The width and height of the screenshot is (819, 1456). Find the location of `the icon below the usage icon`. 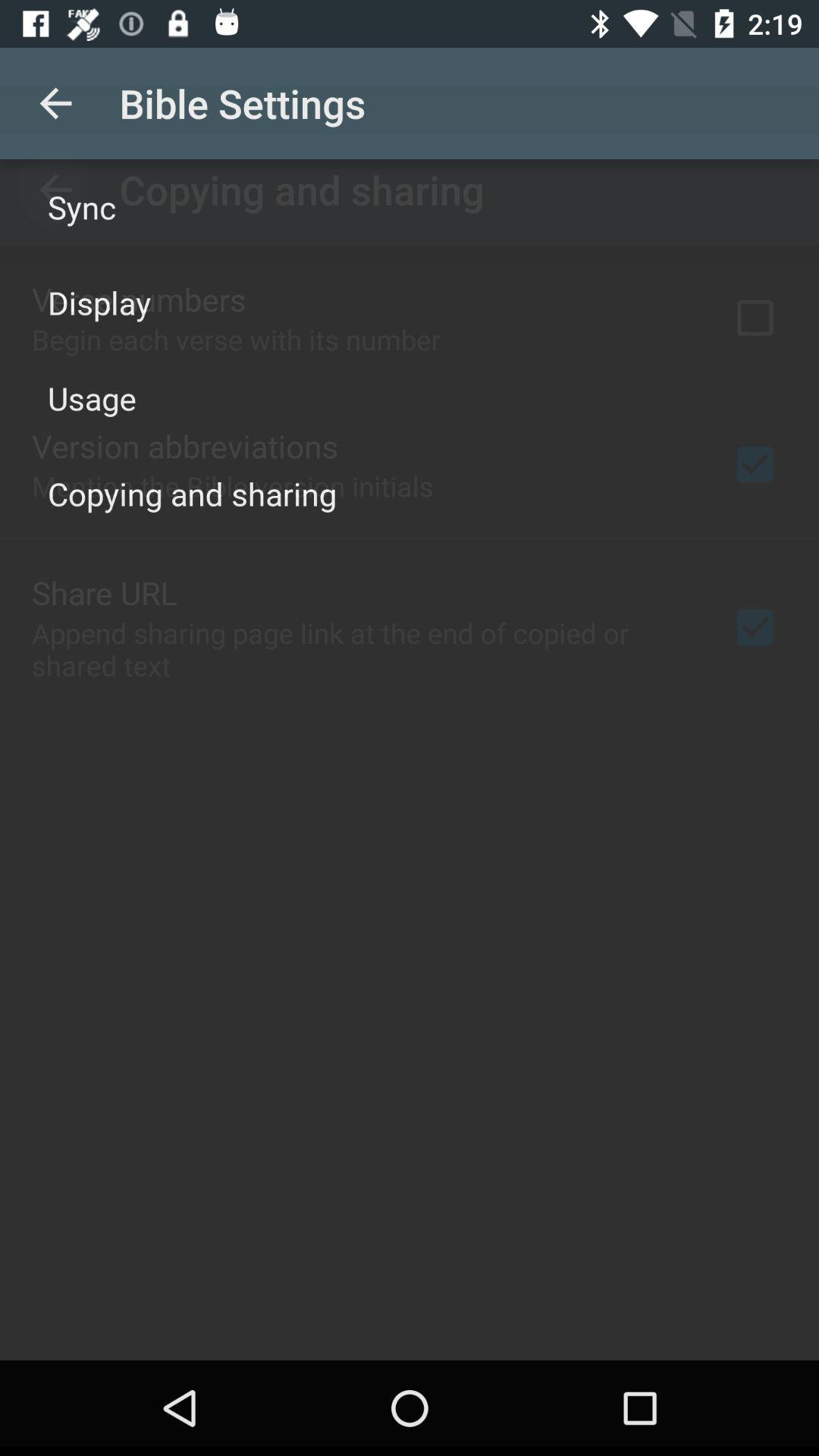

the icon below the usage icon is located at coordinates (191, 494).